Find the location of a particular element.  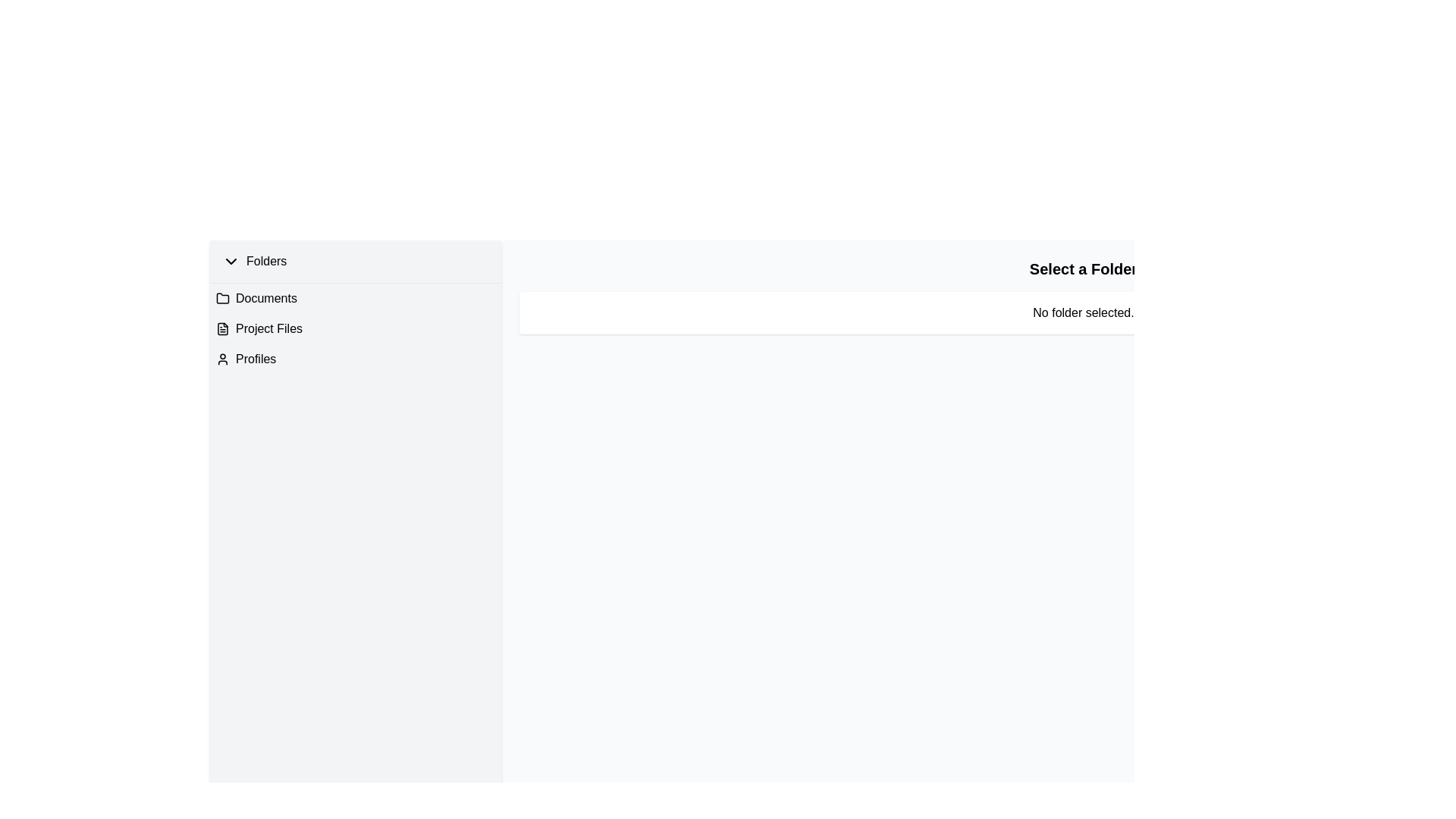

the first clickable list item in the left sidebar is located at coordinates (355, 298).